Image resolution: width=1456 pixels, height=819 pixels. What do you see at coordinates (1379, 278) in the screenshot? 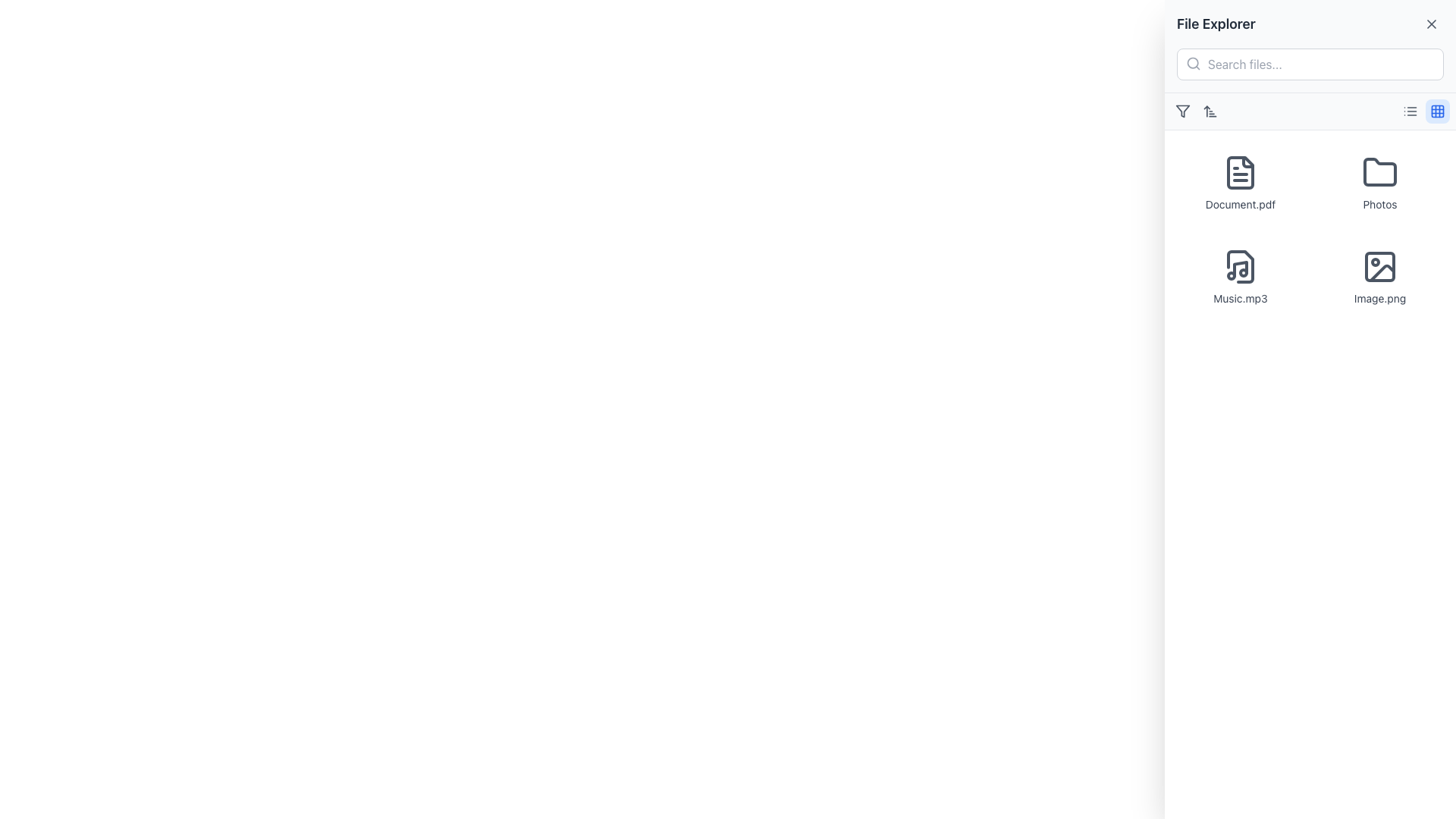
I see `the file icon labeled 'Image.png'` at bounding box center [1379, 278].